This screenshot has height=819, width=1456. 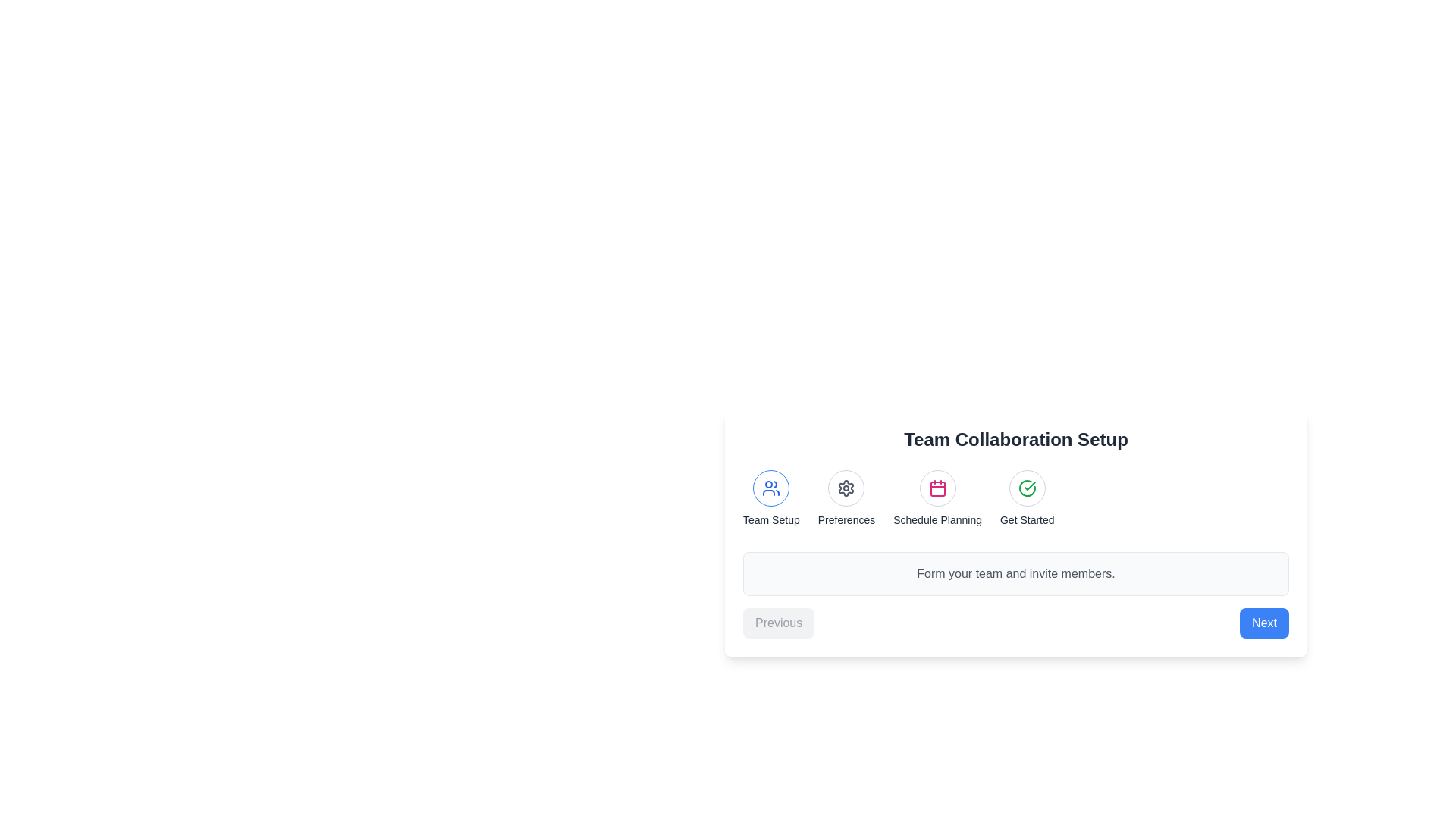 I want to click on the tabbed menu options labeled 'Team Setup', 'Preferences', 'Schedule Planning', and 'Get Started', so click(x=1015, y=499).